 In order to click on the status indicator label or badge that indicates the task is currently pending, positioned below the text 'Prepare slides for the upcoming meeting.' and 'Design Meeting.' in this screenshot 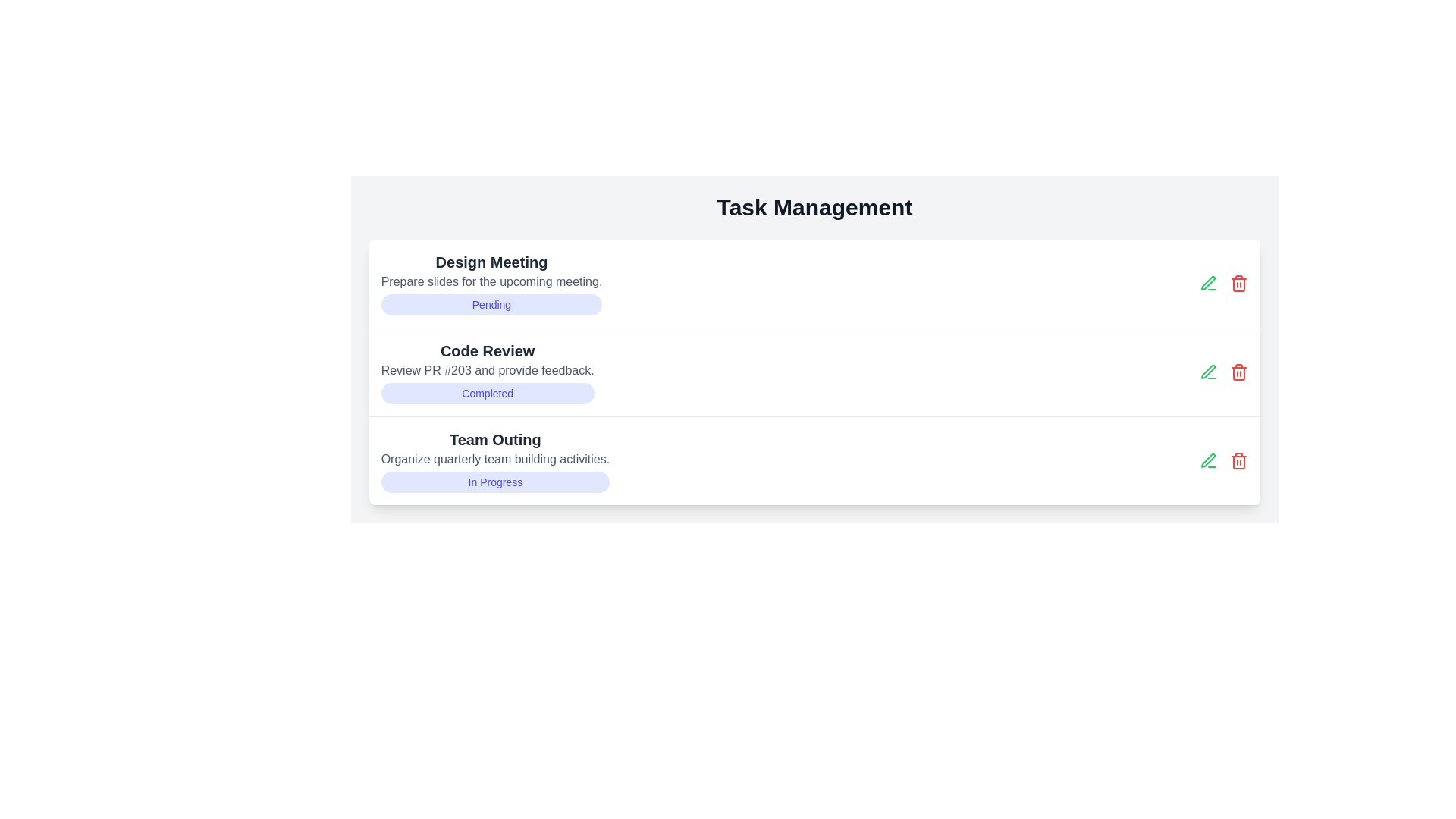, I will do `click(491, 304)`.